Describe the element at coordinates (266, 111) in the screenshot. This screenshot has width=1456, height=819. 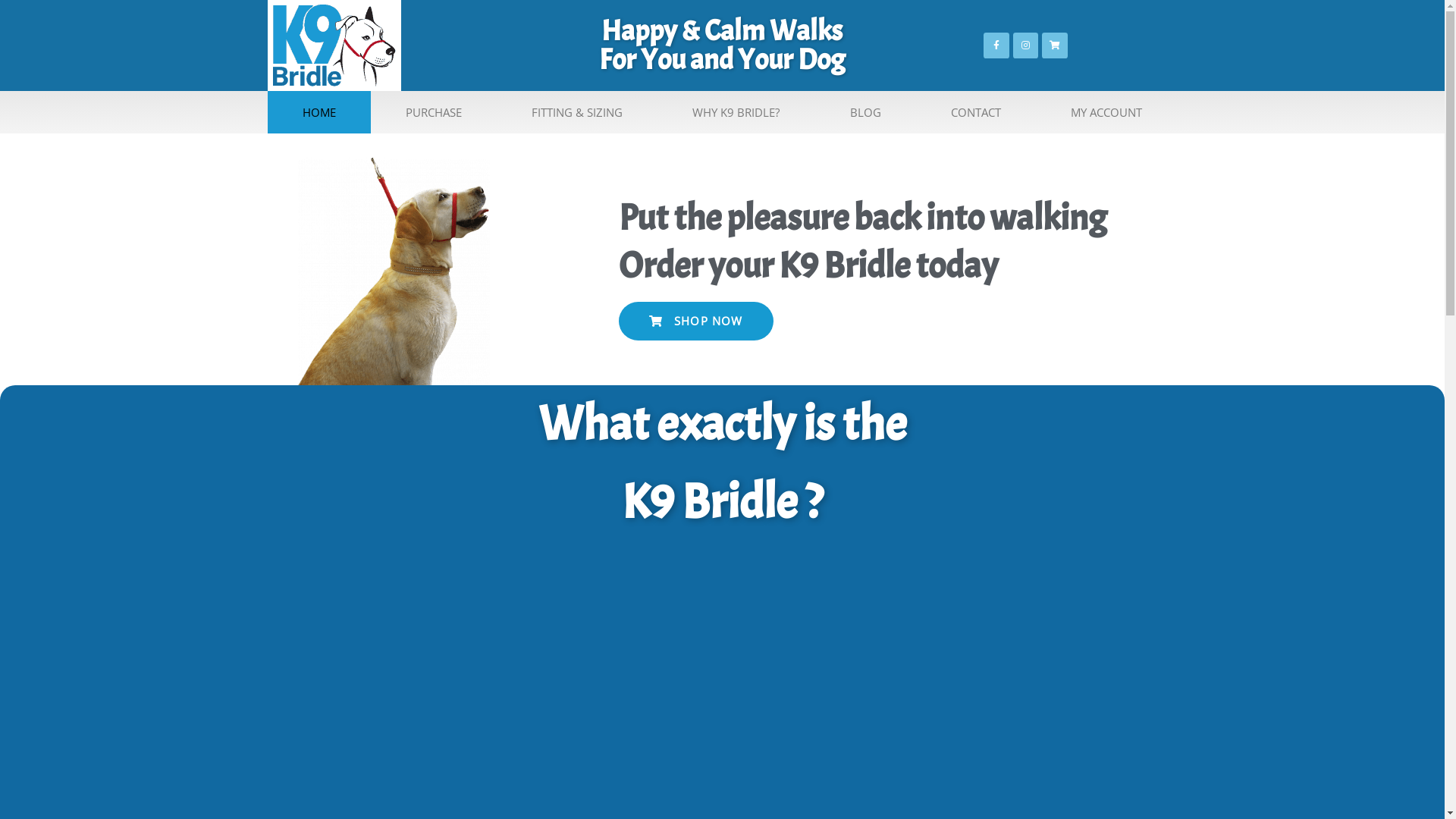
I see `'HOME'` at that location.